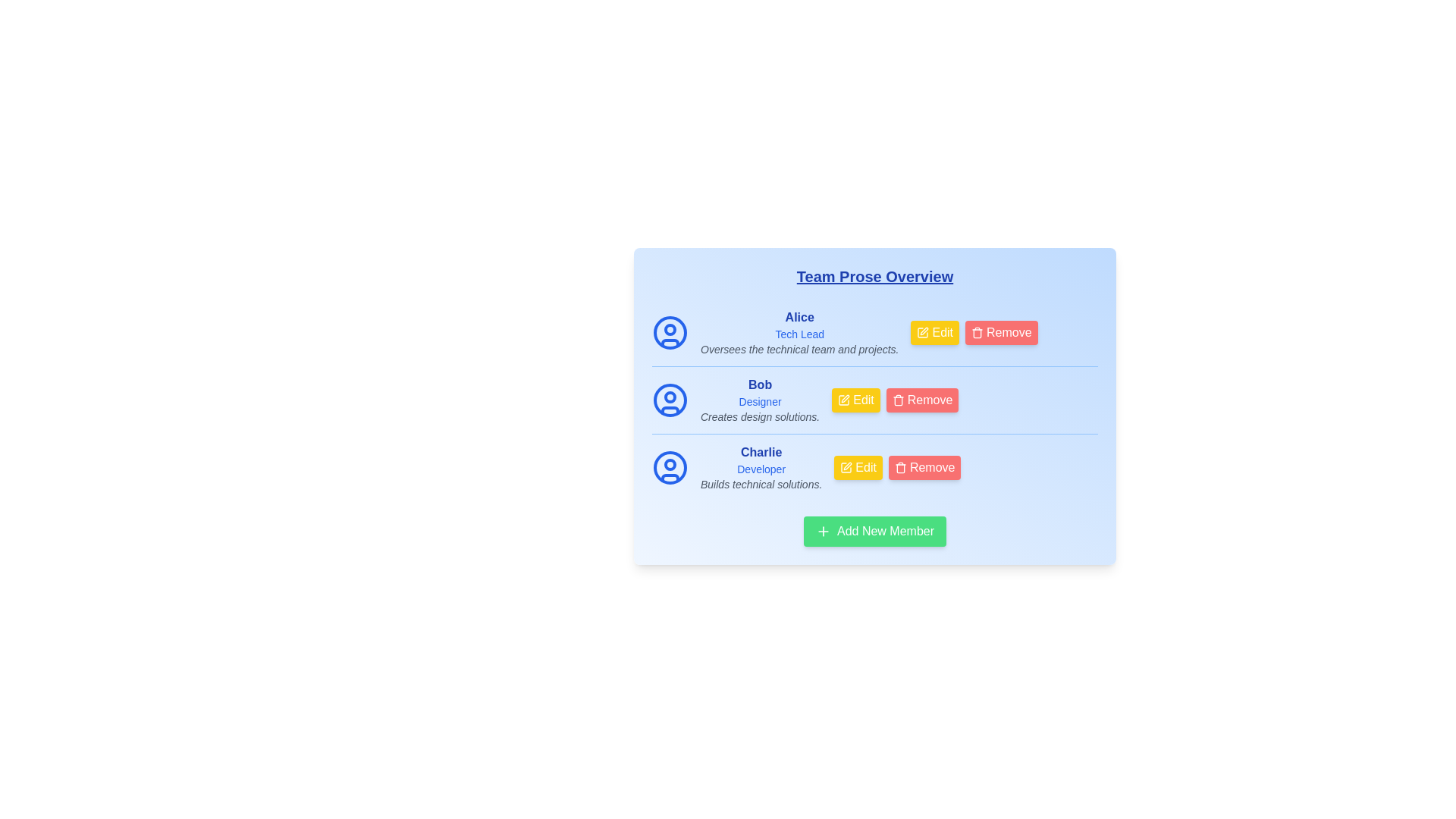 This screenshot has width=1456, height=819. Describe the element at coordinates (761, 468) in the screenshot. I see `text label that says 'Developer', which is styled with a smaller blue font and is positioned directly below the bold text 'Charlie' in the user profile card` at that location.